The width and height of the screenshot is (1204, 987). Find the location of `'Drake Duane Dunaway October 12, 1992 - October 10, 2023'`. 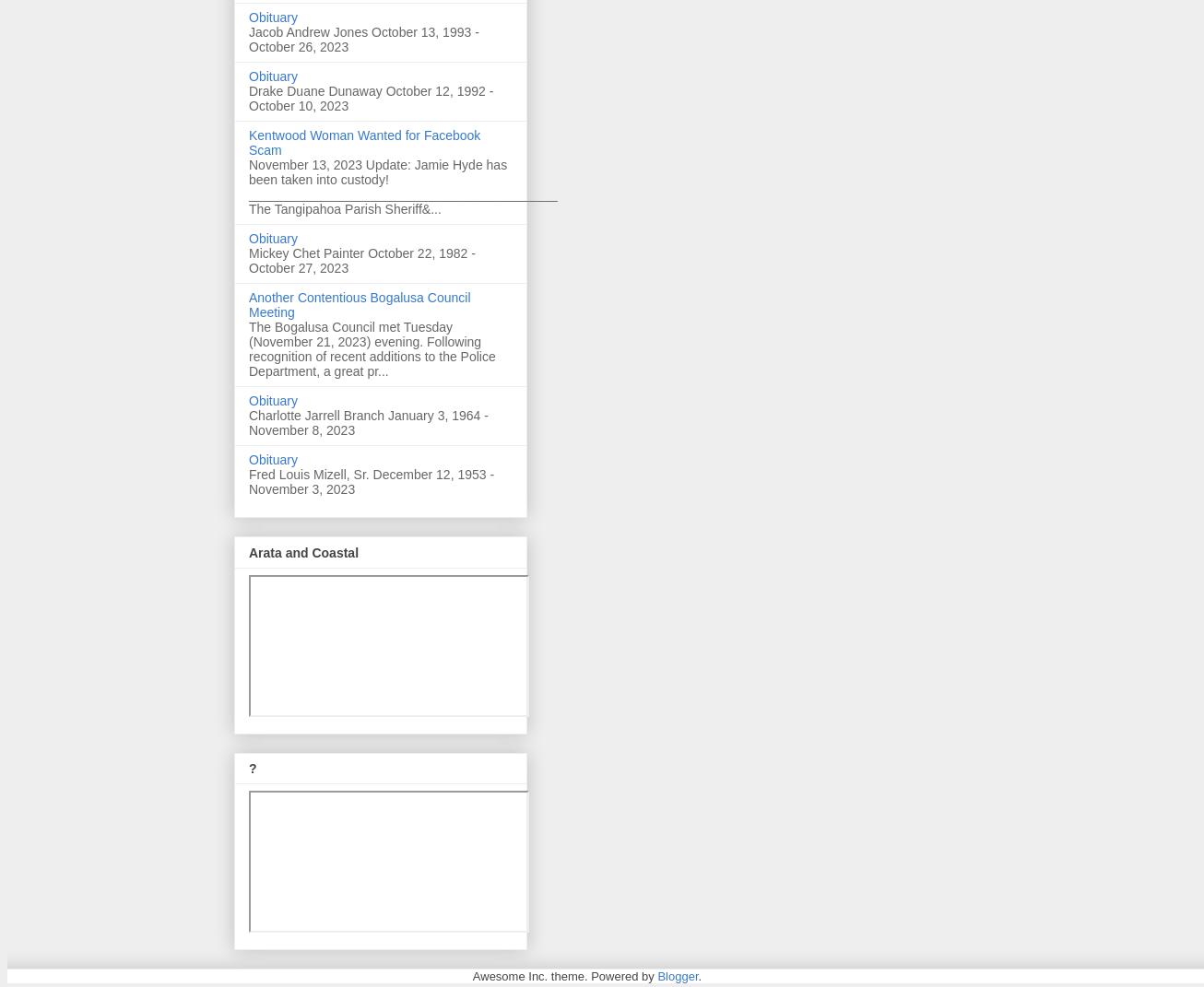

'Drake Duane Dunaway October 12, 1992 - October 10, 2023' is located at coordinates (371, 98).